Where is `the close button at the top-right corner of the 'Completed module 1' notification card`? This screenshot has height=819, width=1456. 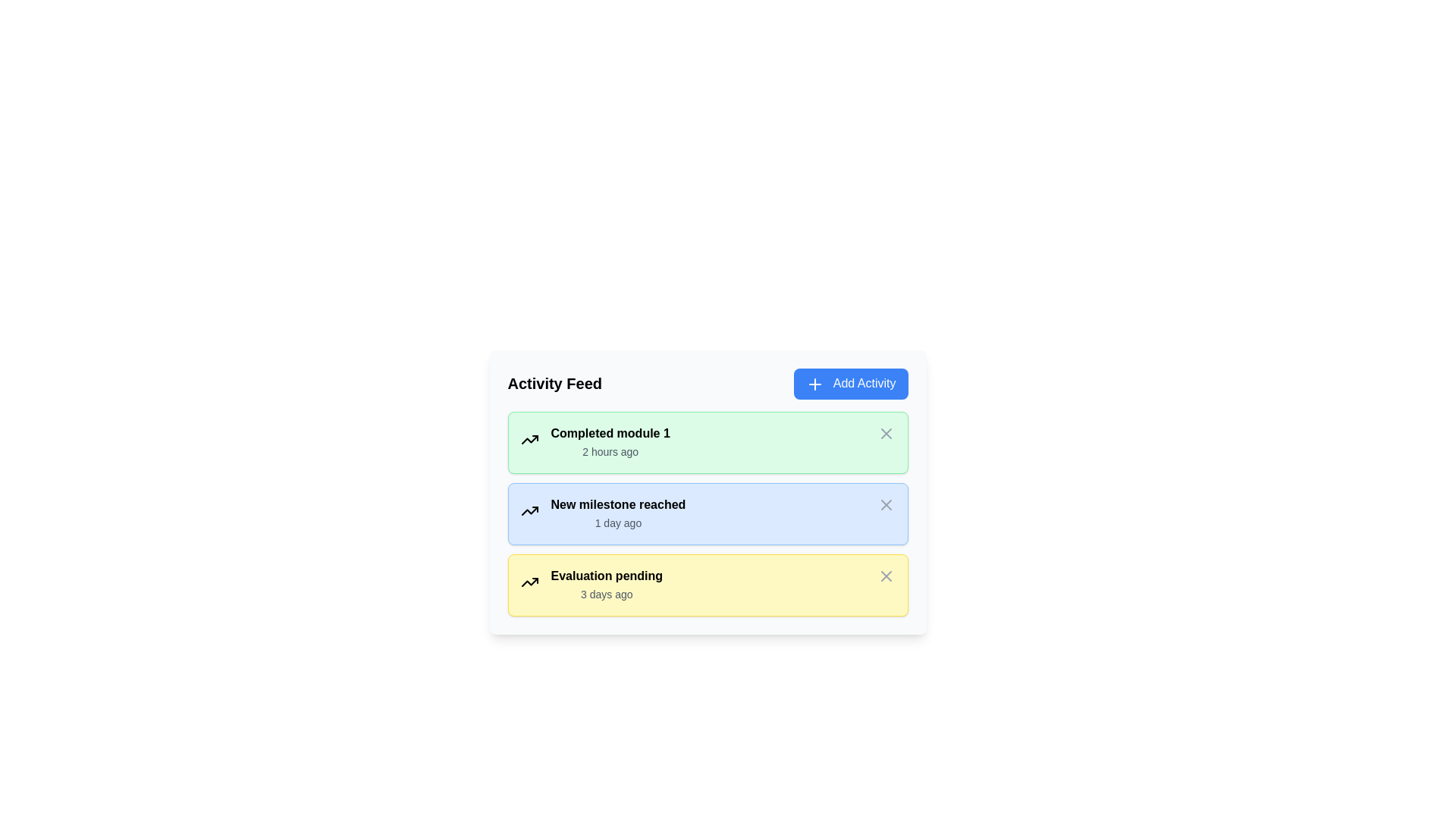
the close button at the top-right corner of the 'Completed module 1' notification card is located at coordinates (886, 433).